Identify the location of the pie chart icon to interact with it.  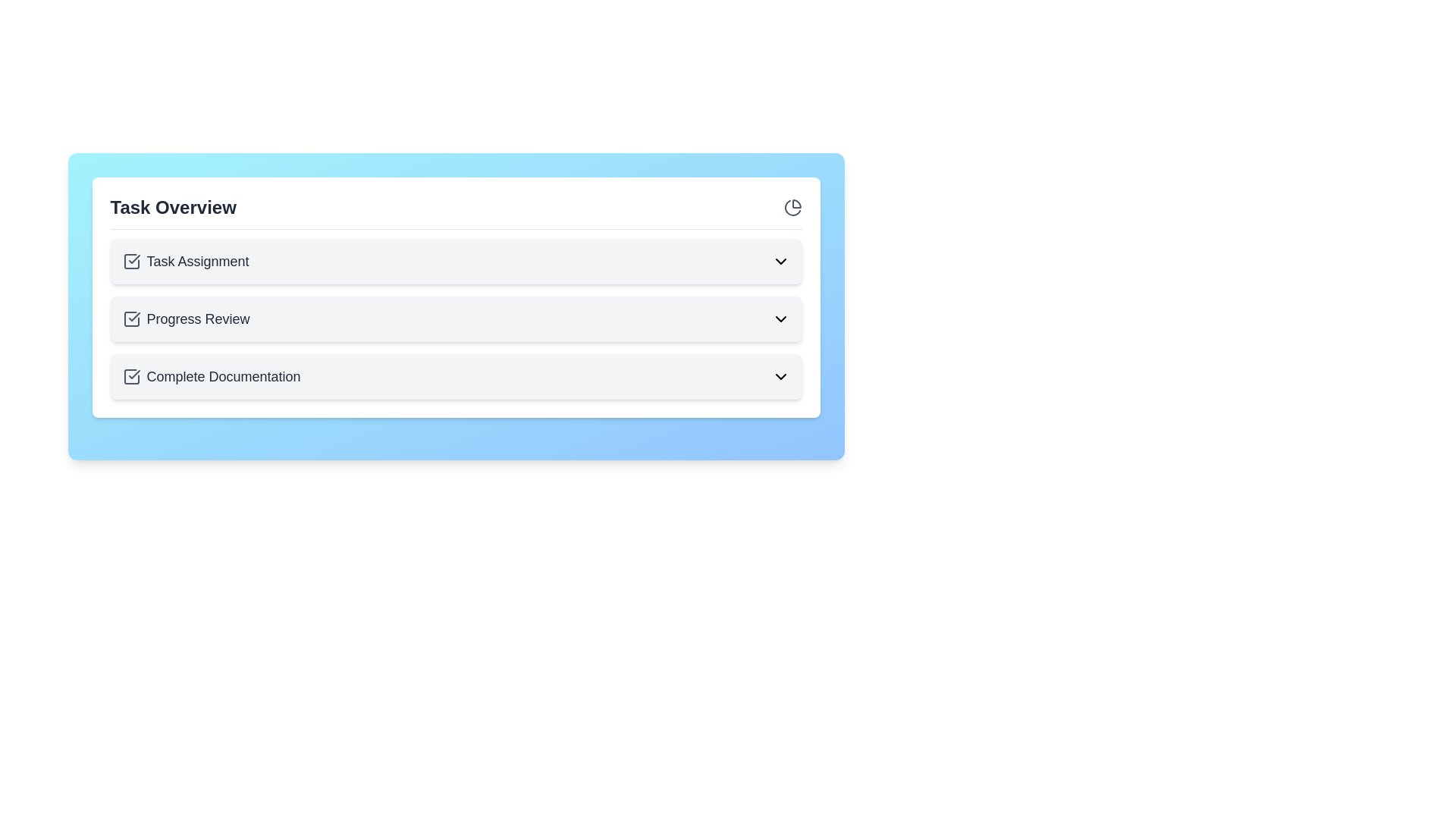
(792, 207).